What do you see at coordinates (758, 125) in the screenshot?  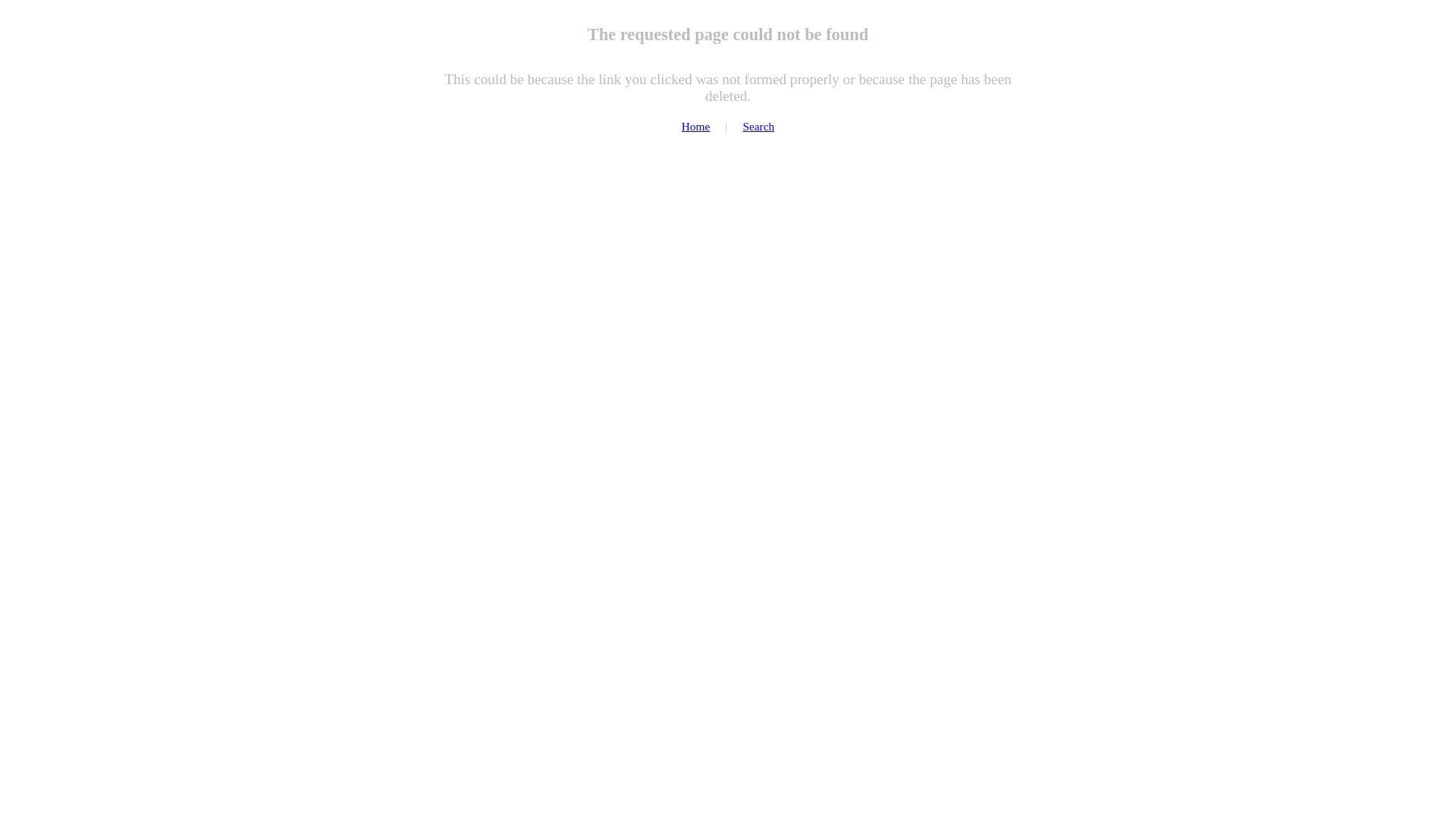 I see `'Search'` at bounding box center [758, 125].